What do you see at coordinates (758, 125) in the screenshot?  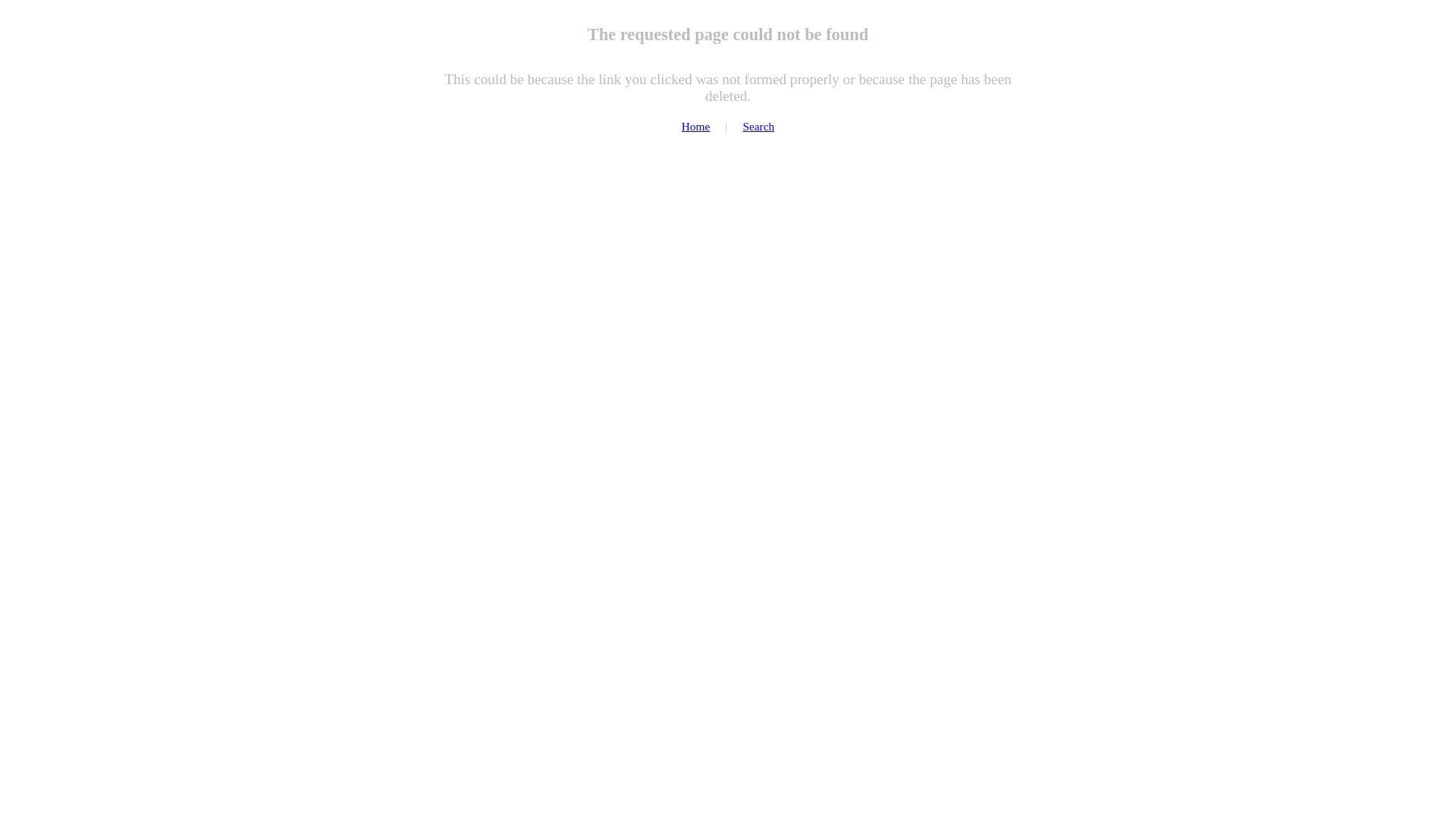 I see `'Search'` at bounding box center [758, 125].